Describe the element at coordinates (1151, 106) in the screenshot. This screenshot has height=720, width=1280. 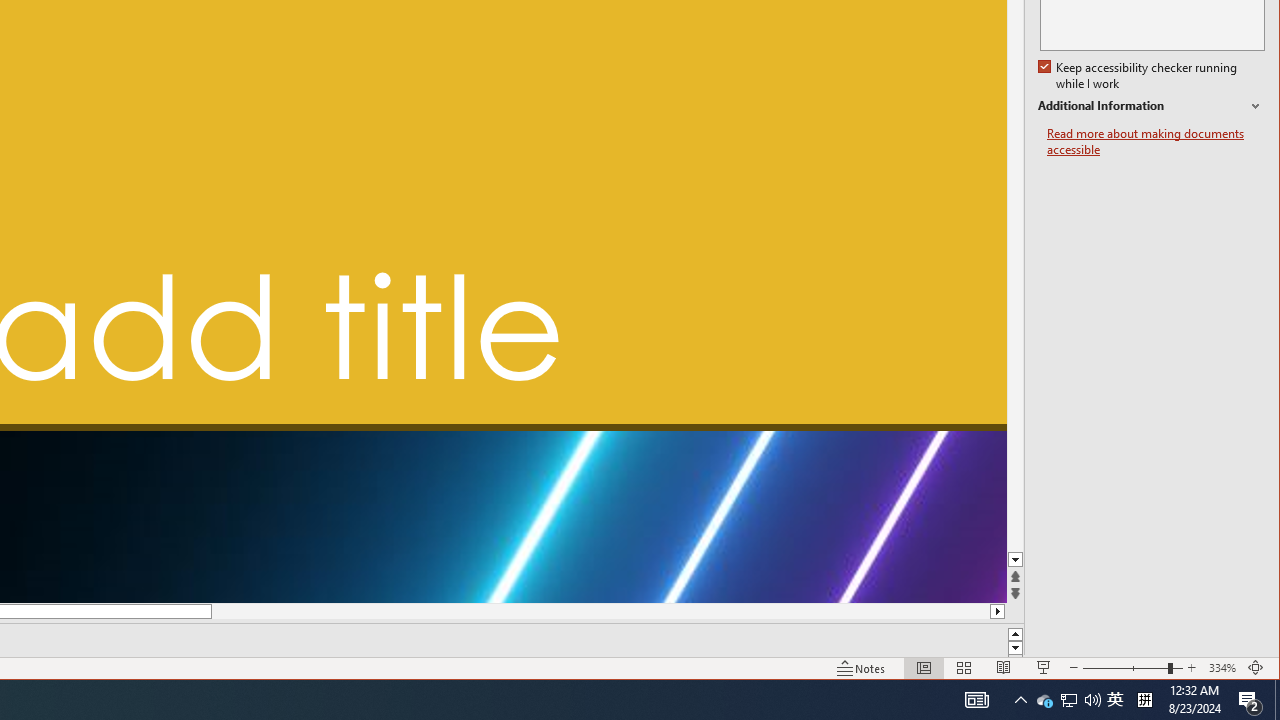
I see `'Additional Information'` at that location.